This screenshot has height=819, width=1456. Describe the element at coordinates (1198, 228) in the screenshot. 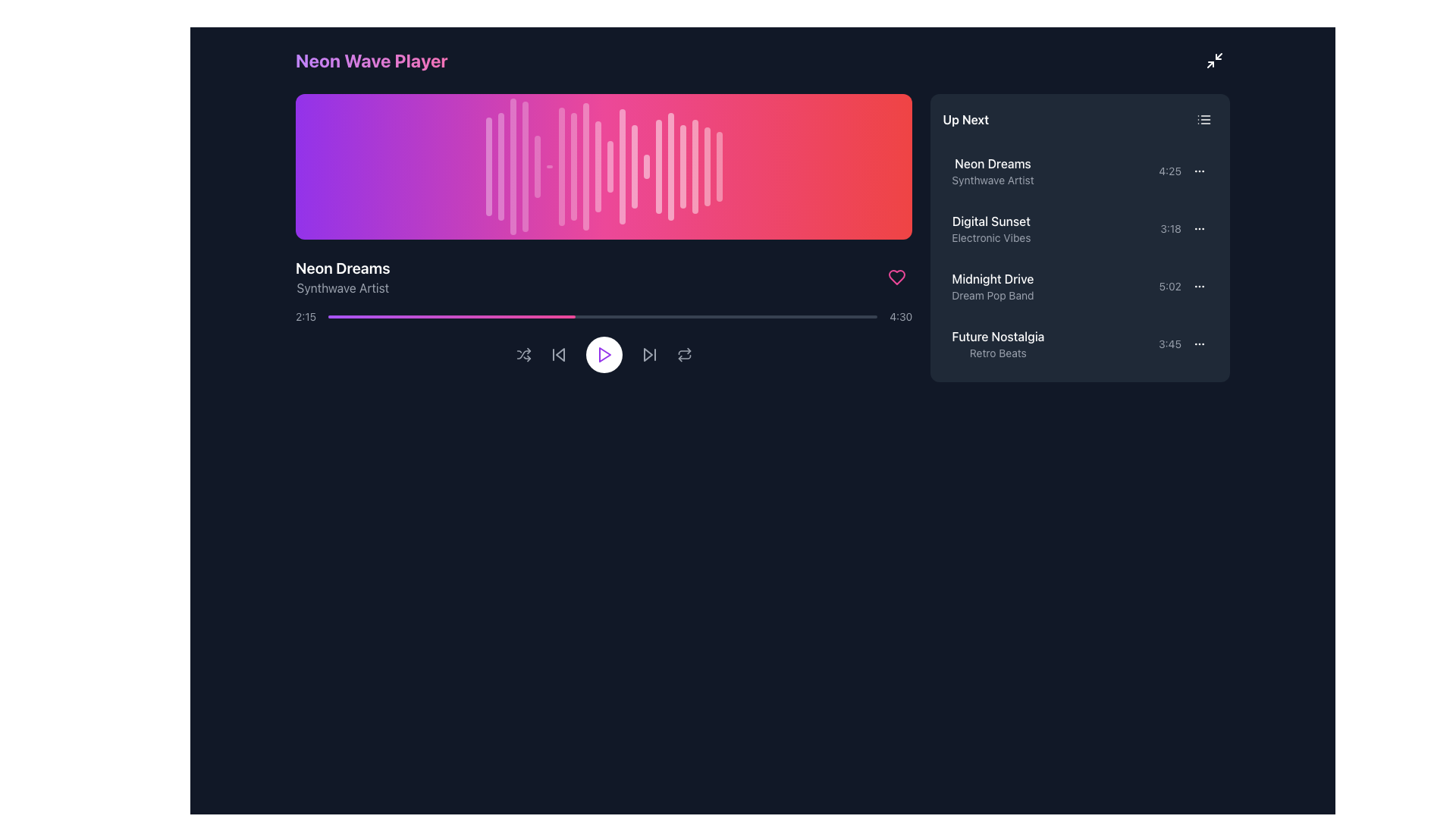

I see `the Vertical Ellipsis Icon associated with the 'Digital Sunset' list item for keyboard navigation` at that location.